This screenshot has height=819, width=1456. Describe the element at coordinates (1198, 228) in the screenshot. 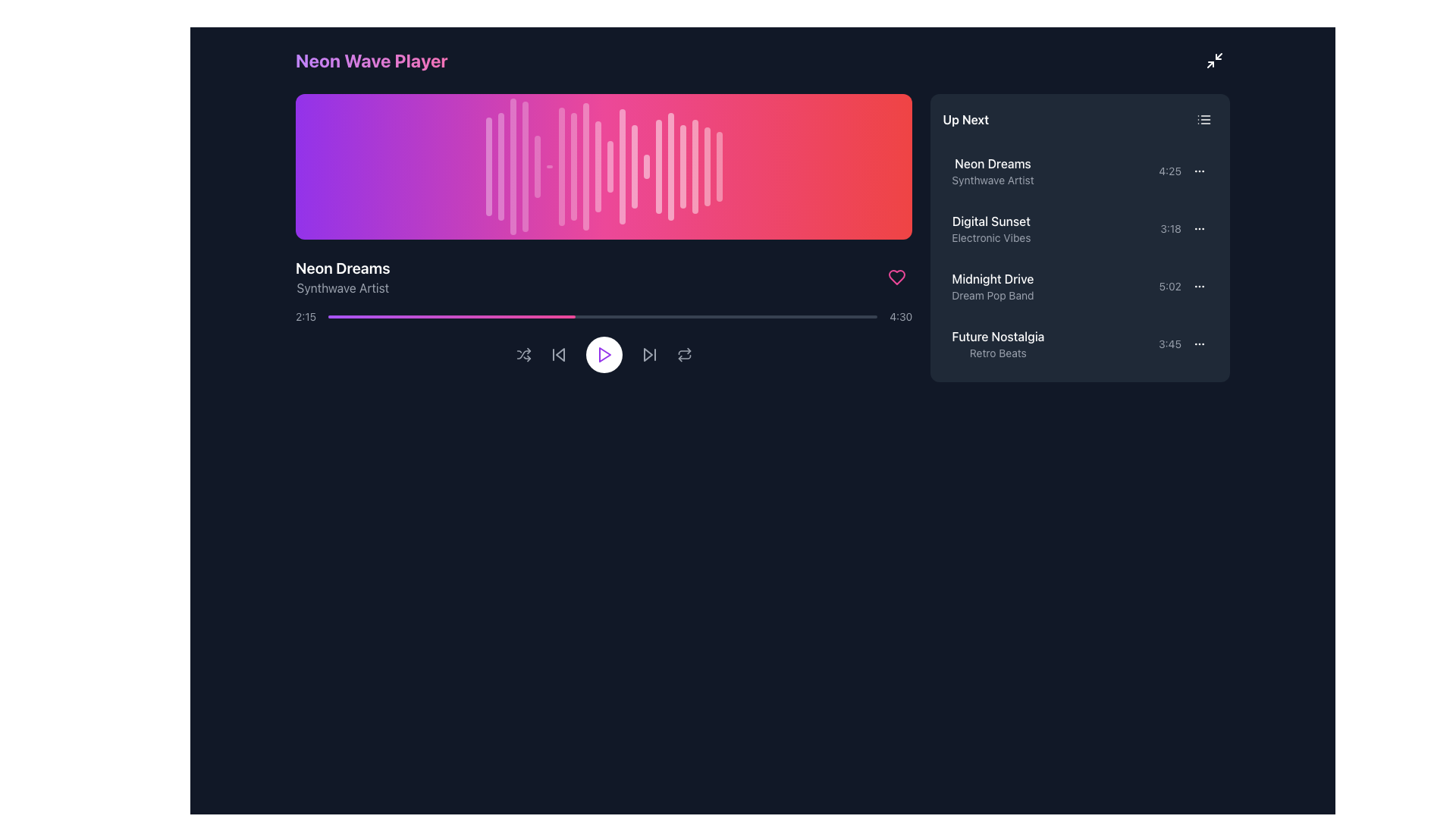

I see `the Vertical Ellipsis Icon associated with the 'Digital Sunset' list item for keyboard navigation` at that location.